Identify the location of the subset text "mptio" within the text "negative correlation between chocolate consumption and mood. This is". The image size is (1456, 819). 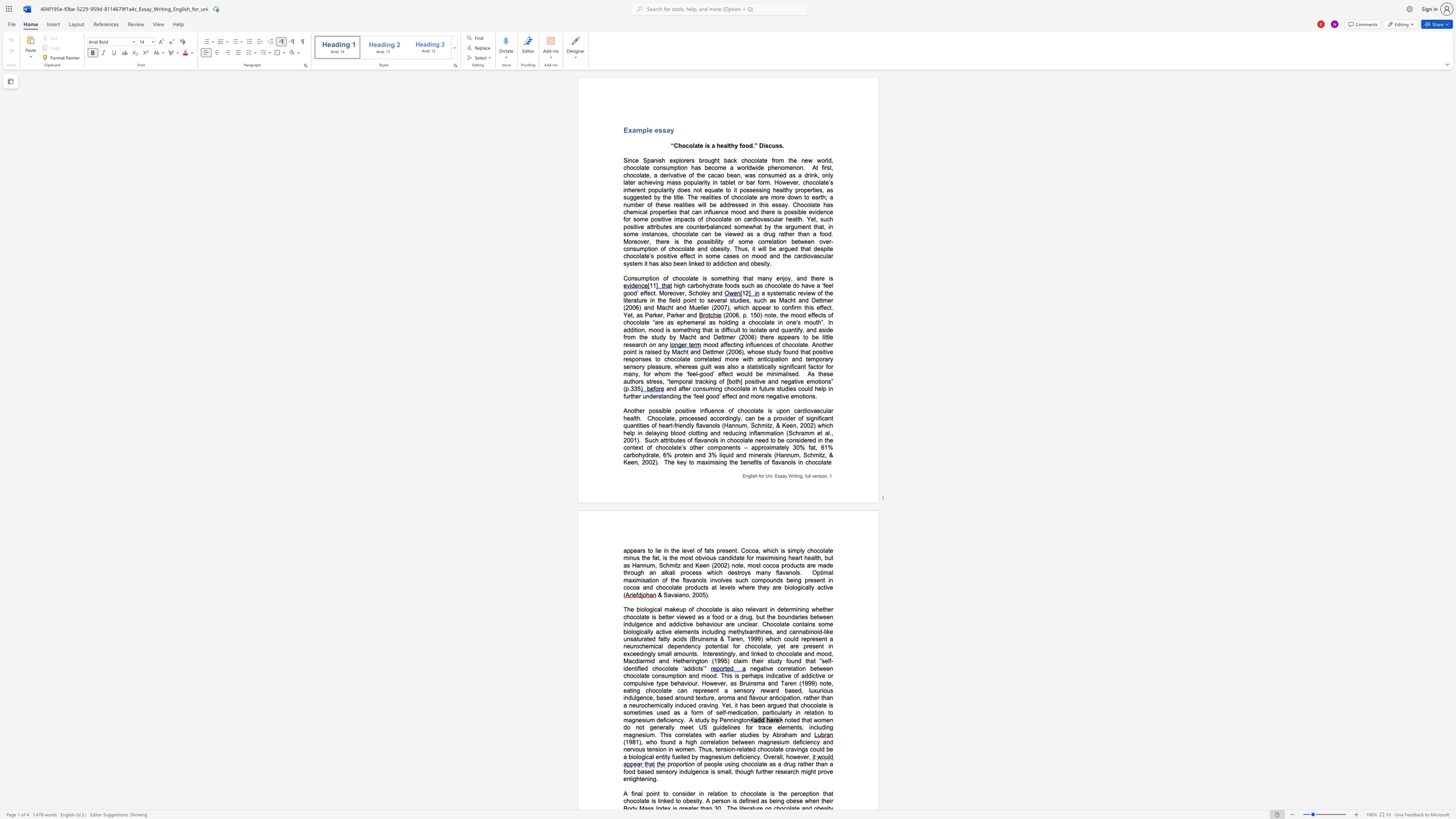
(668, 675).